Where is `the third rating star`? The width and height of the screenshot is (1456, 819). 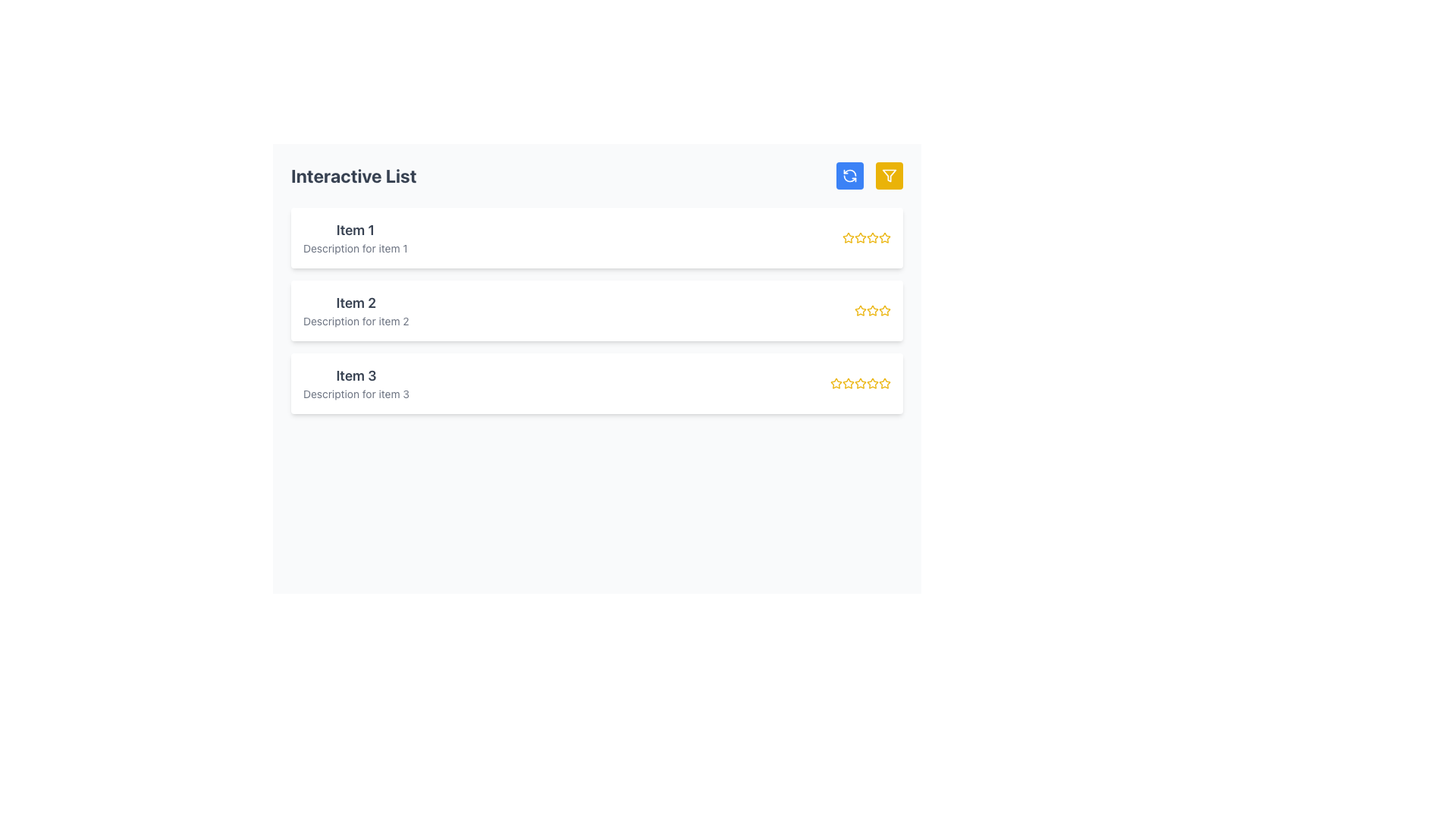
the third rating star is located at coordinates (873, 309).